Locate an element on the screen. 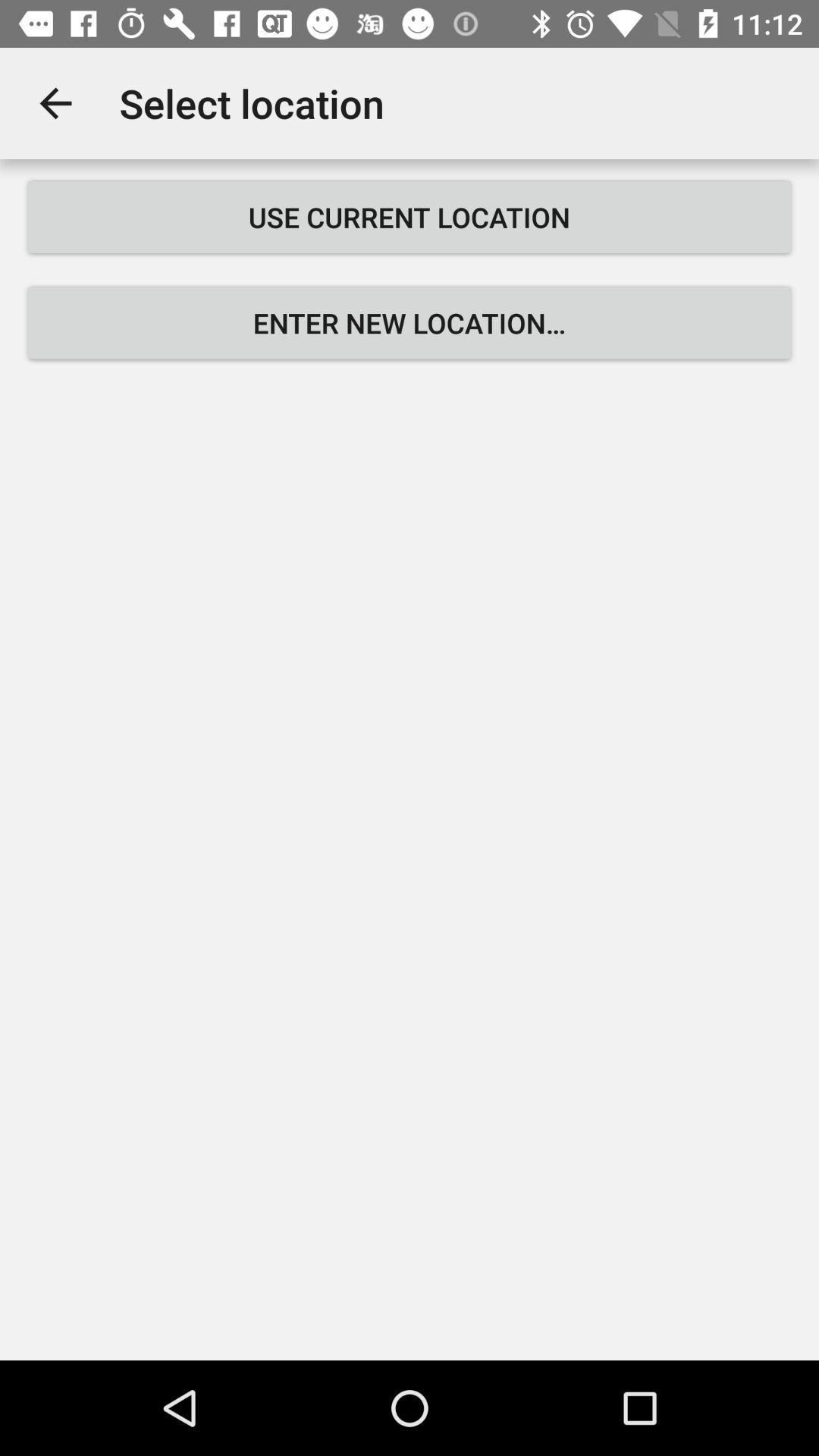  use current location icon is located at coordinates (409, 216).